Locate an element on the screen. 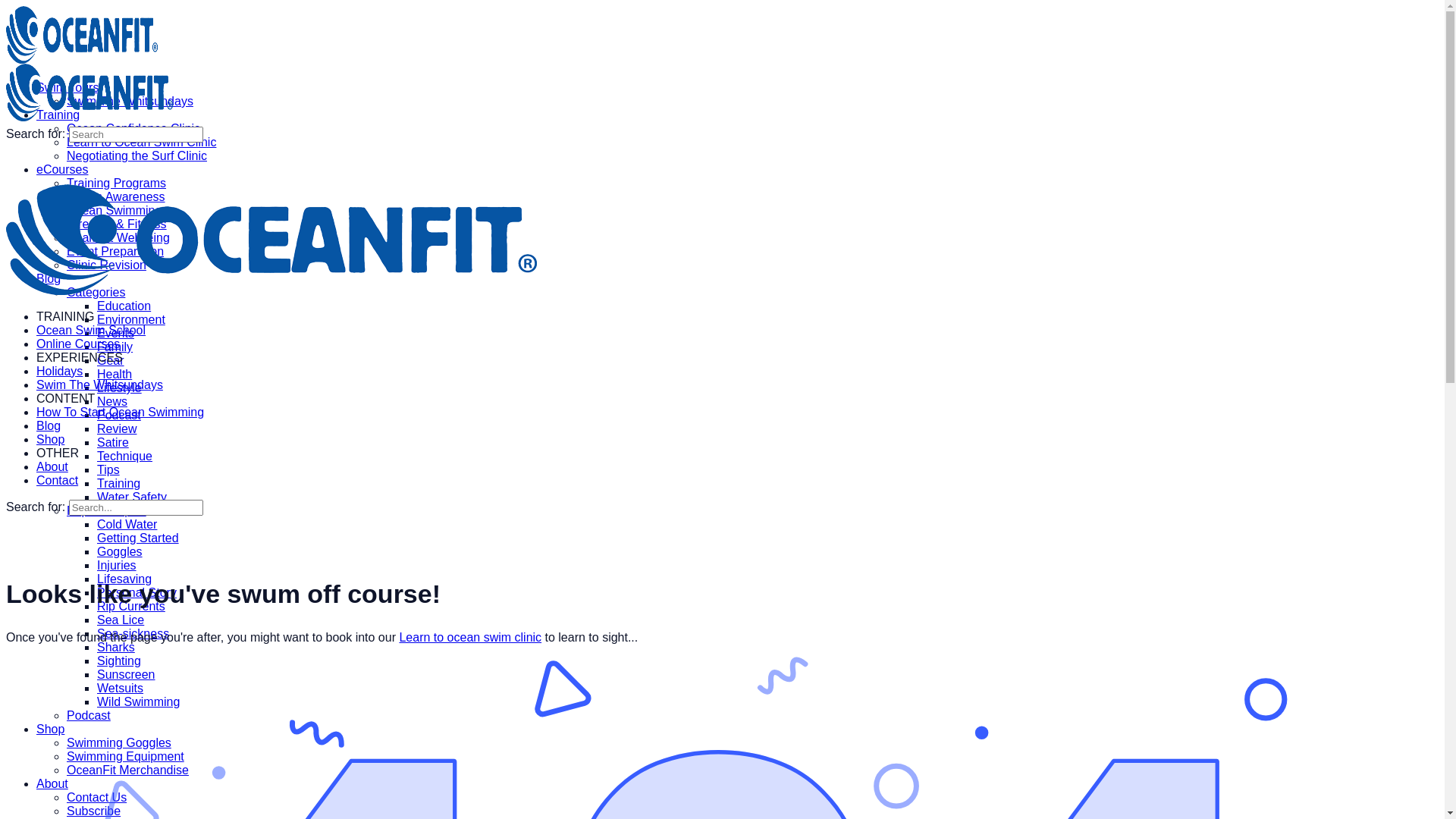  'Event Preparation' is located at coordinates (115, 250).